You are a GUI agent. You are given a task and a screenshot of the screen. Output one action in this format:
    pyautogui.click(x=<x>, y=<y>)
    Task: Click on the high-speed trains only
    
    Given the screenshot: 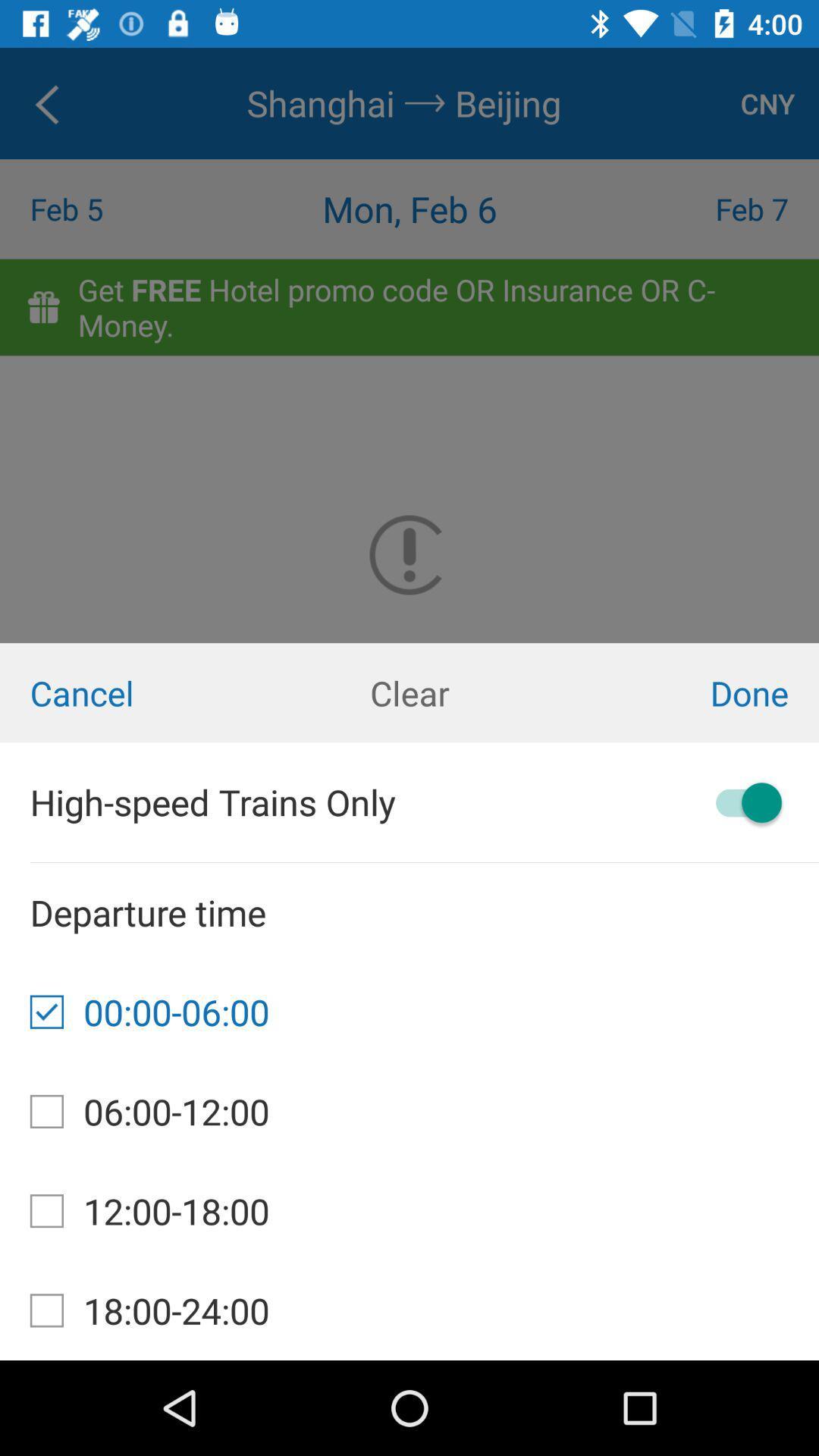 What is the action you would take?
    pyautogui.click(x=741, y=802)
    